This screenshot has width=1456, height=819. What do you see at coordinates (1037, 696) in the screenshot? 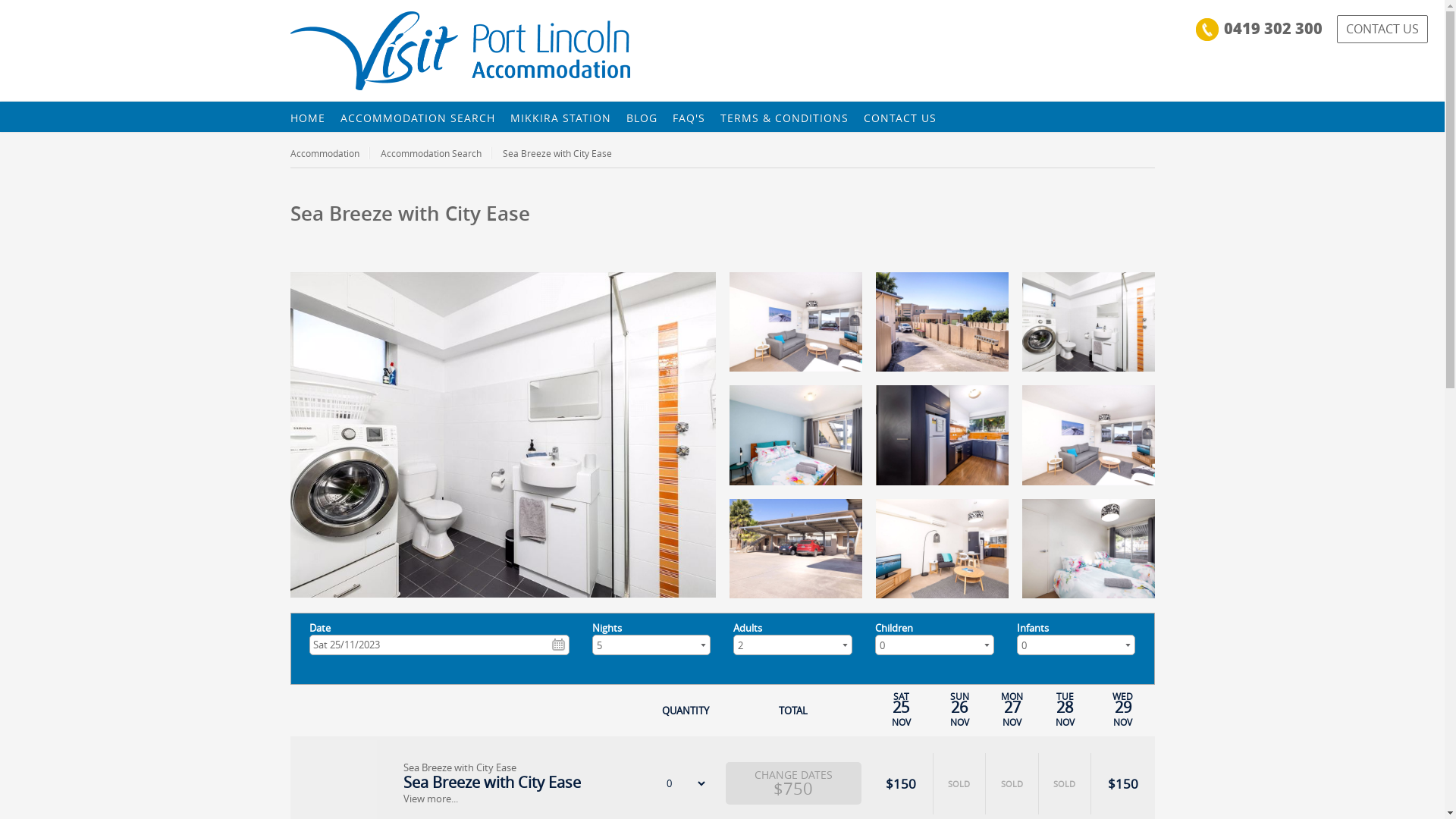
I see `'TUE'` at bounding box center [1037, 696].